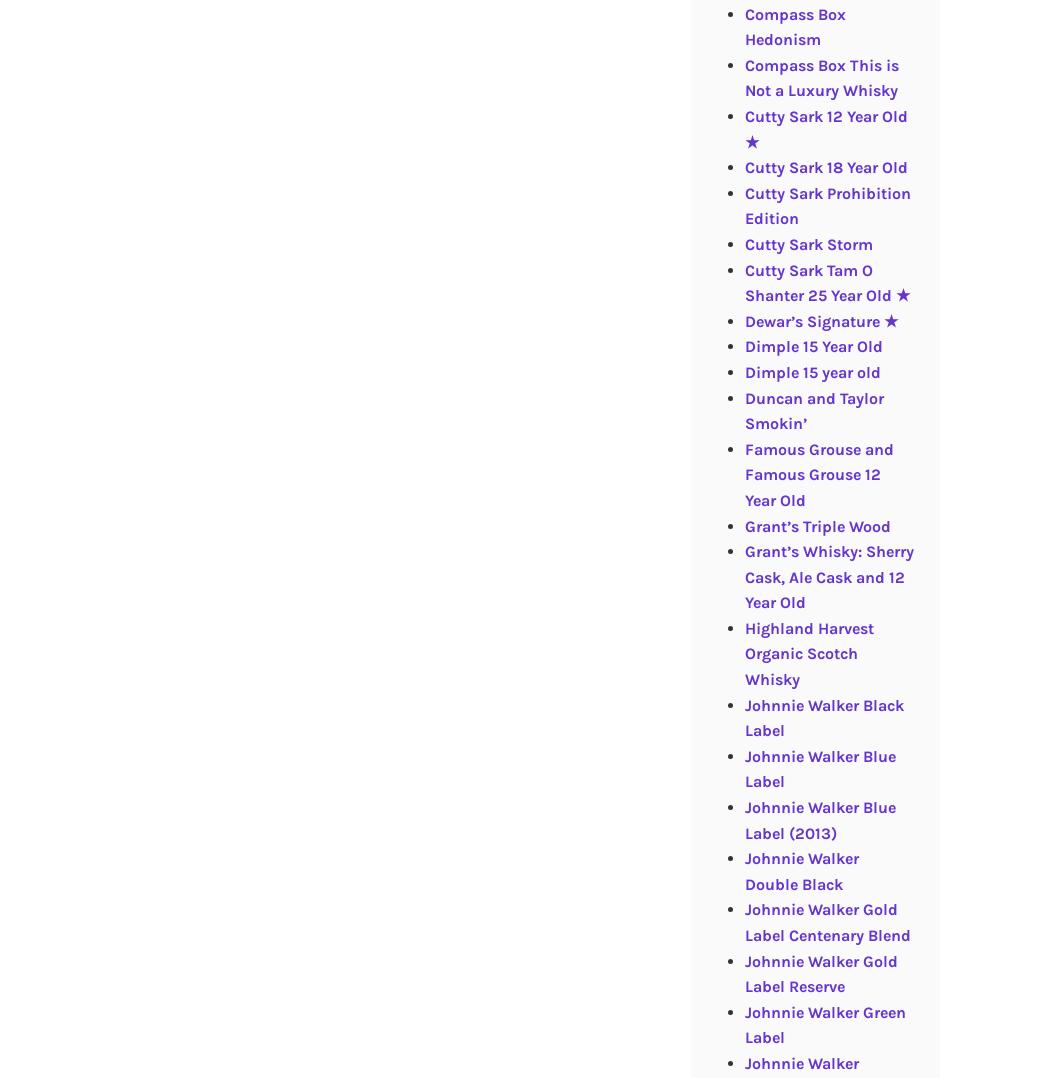 This screenshot has width=1050, height=1078. I want to click on 'Johnnie Walker Black Label', so click(822, 716).